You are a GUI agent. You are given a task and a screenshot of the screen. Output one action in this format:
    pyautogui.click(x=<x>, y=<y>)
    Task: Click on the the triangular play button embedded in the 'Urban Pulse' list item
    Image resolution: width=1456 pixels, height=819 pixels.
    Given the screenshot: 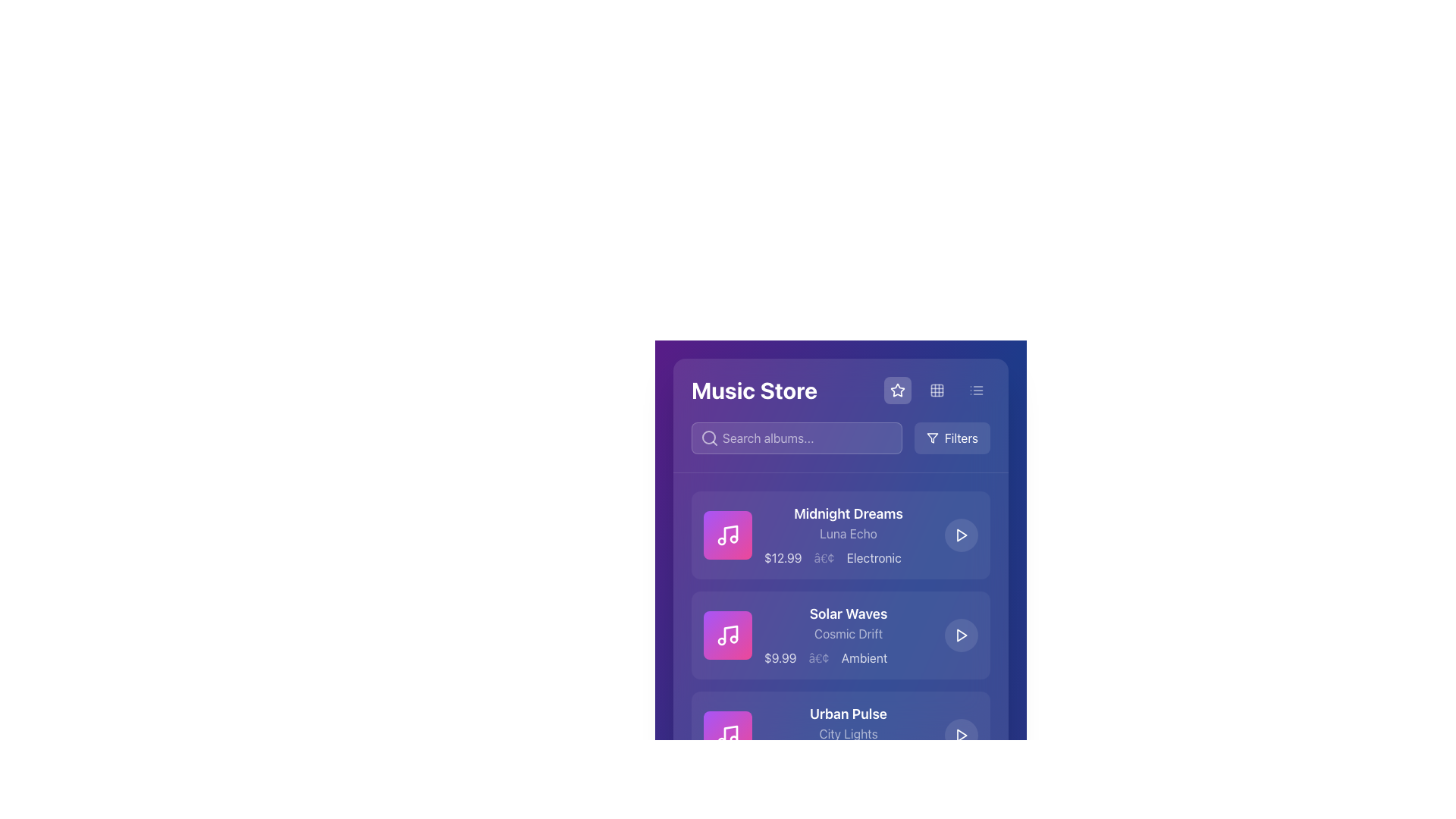 What is the action you would take?
    pyautogui.click(x=961, y=734)
    